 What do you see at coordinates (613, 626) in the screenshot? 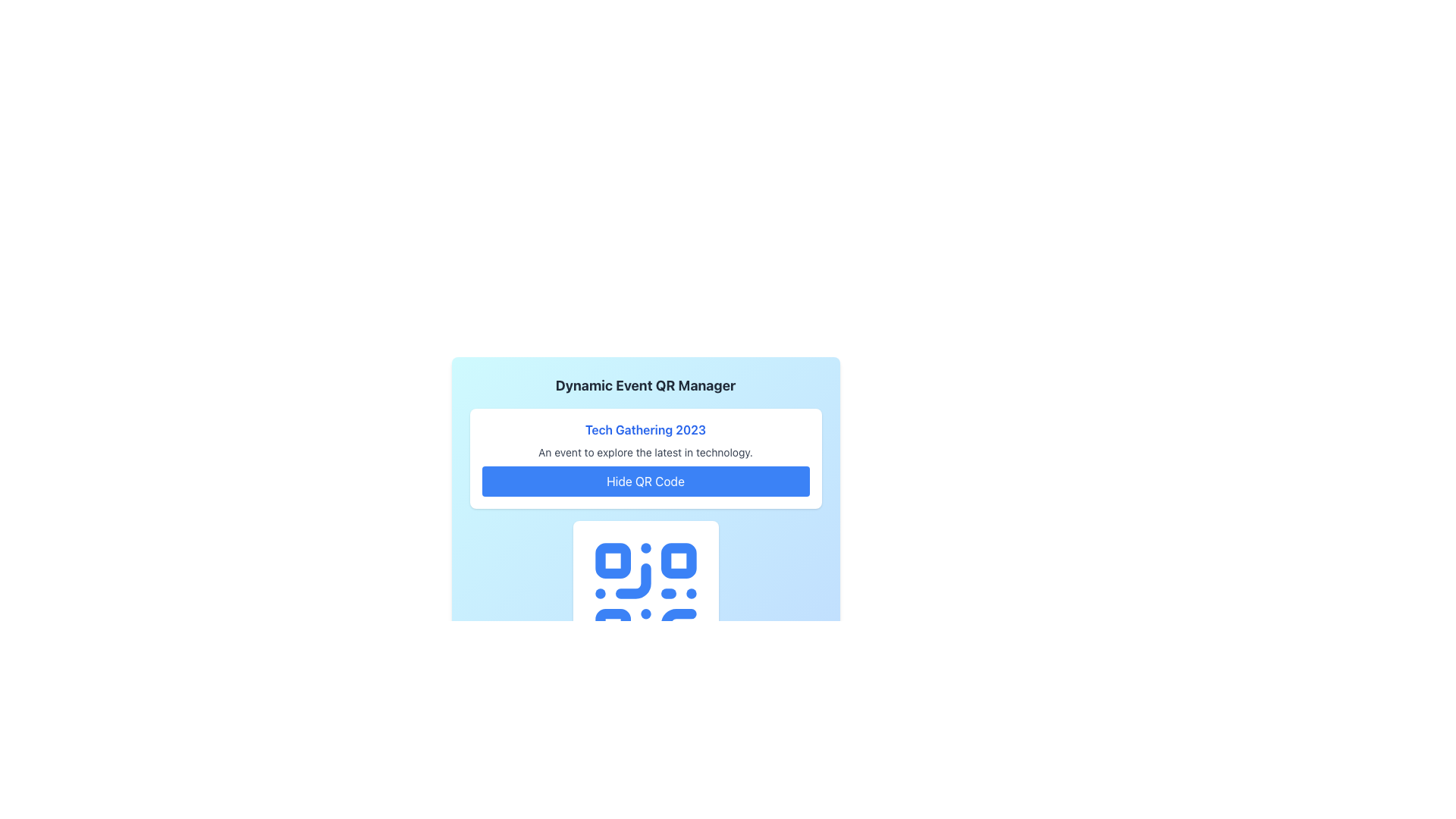
I see `the third square with rounded corners located in the bottom-left cluster of the QR code visual component, which is styled in alignment with the QR code graphic theme` at bounding box center [613, 626].